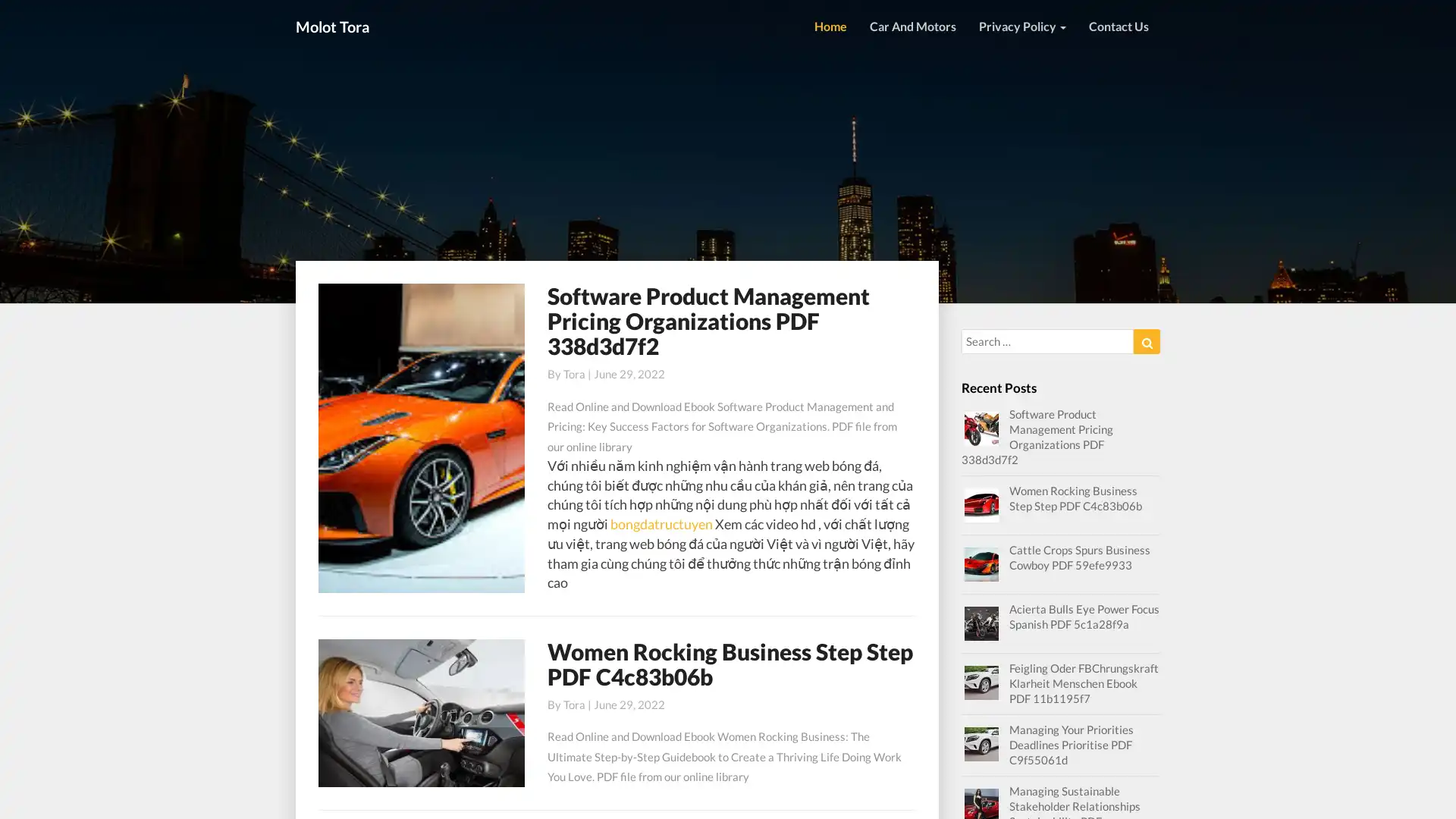 Image resolution: width=1456 pixels, height=819 pixels. Describe the element at coordinates (1147, 341) in the screenshot. I see `Search` at that location.